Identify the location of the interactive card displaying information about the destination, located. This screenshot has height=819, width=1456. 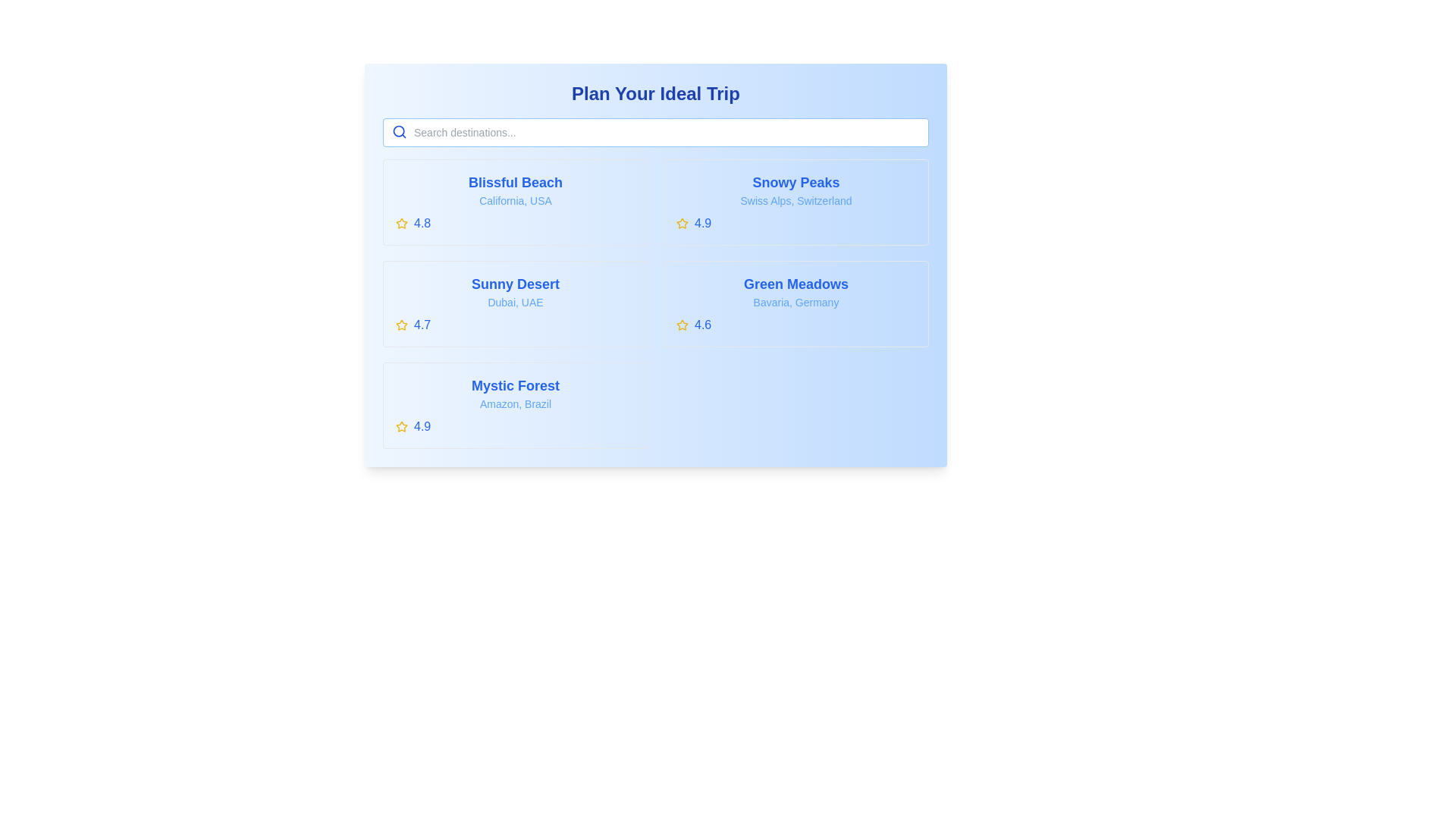
(516, 405).